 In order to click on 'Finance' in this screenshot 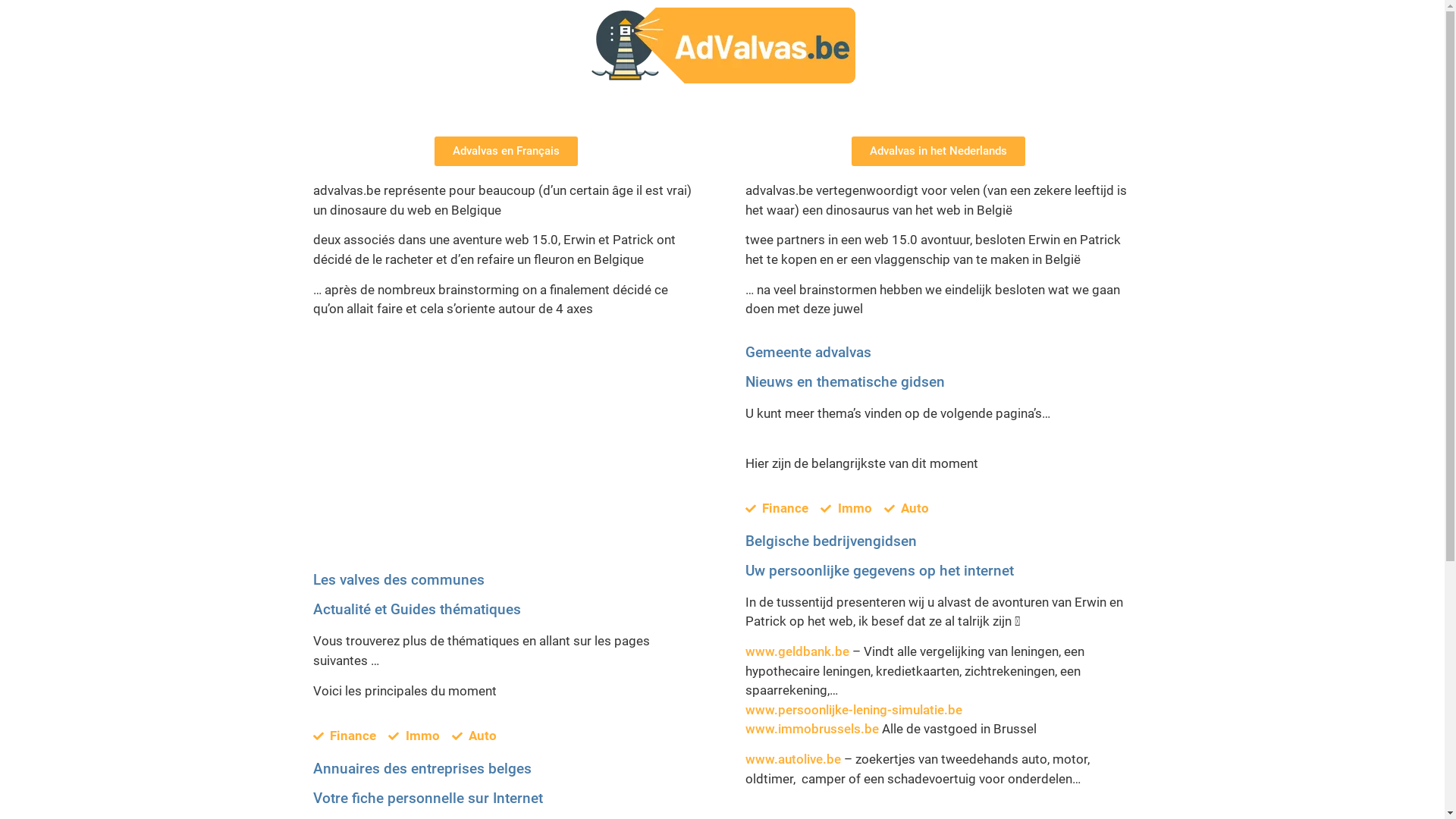, I will do `click(344, 736)`.